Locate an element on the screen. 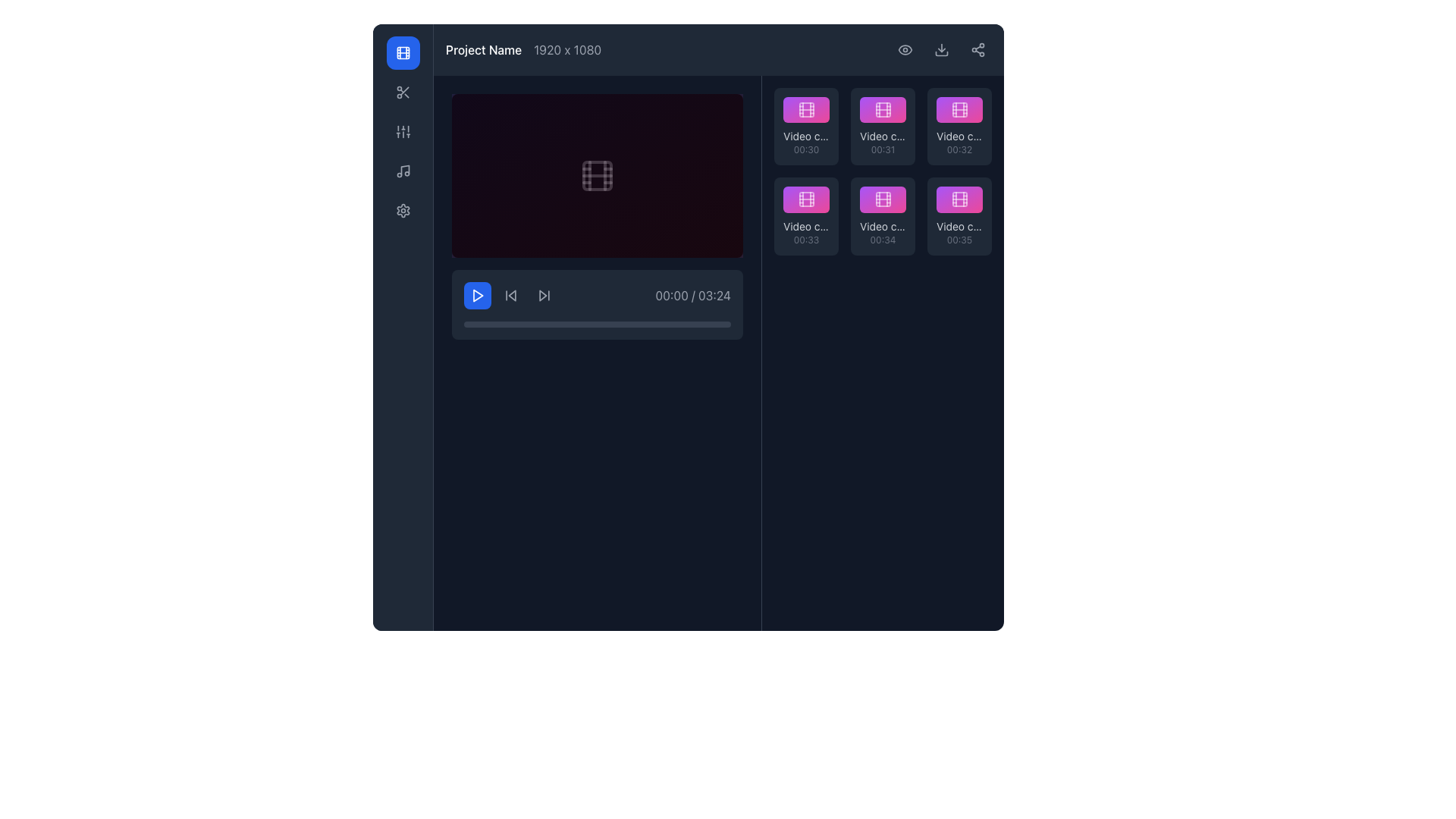 The height and width of the screenshot is (819, 1456). the share icon button located at the top-right corner of the dark toolbar to initiate the sharing functionality is located at coordinates (978, 49).